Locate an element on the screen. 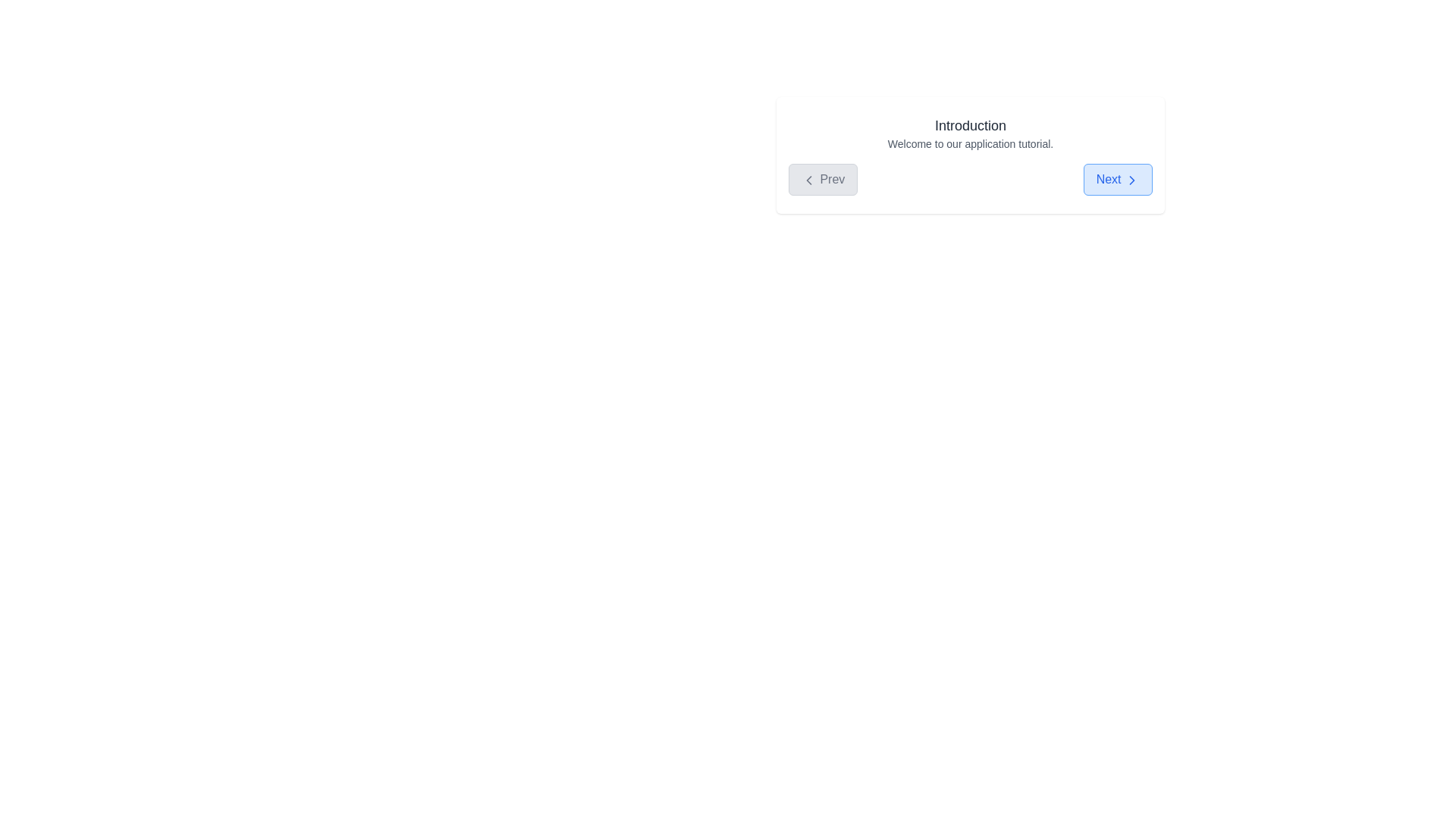 This screenshot has height=819, width=1456. the navigation icon that indicates a backward action, located within the 'Prev' rectangle is located at coordinates (808, 178).